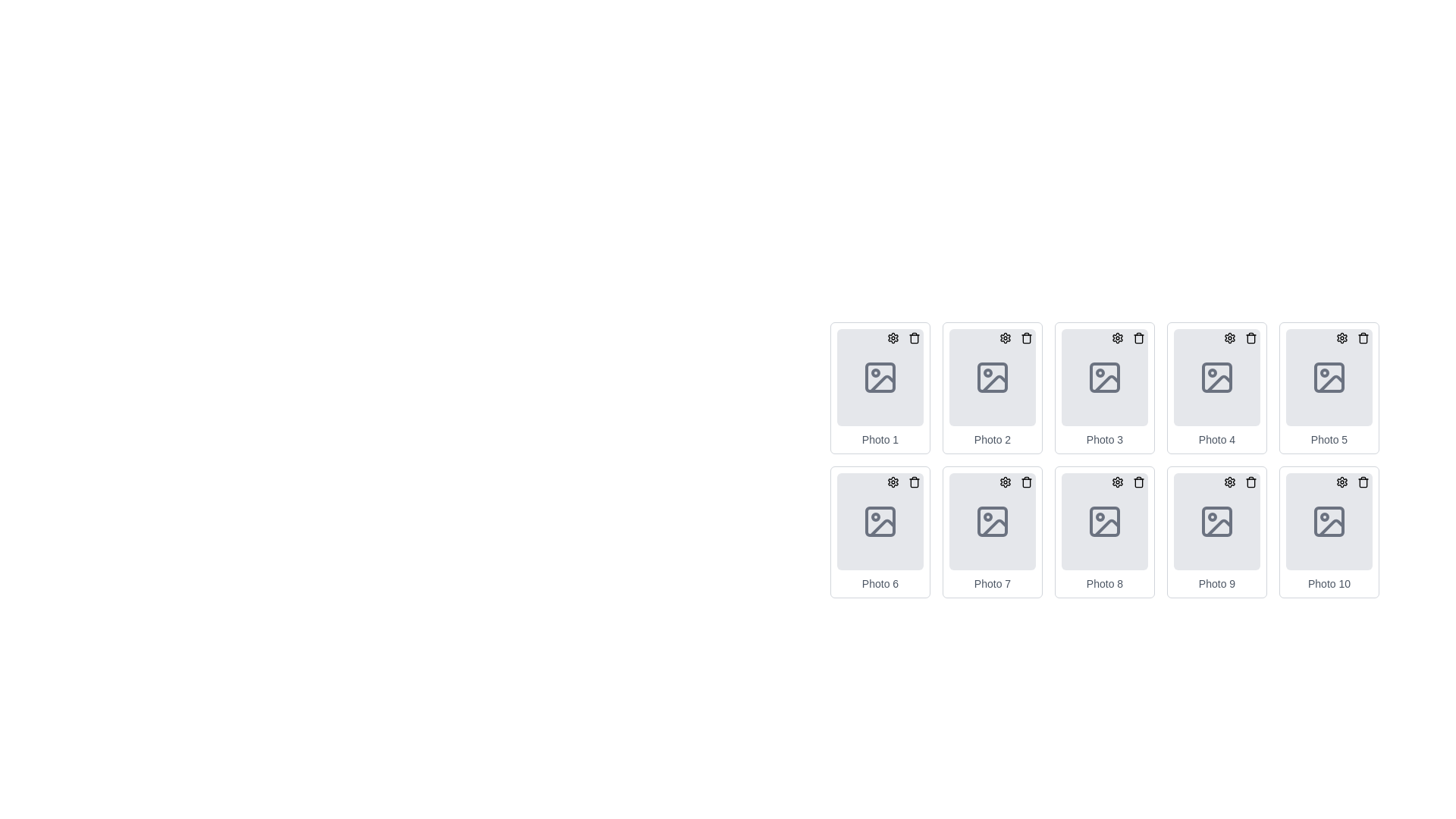 The image size is (1456, 819). I want to click on the gear icon in the 'Photo 6' area, so click(893, 337).